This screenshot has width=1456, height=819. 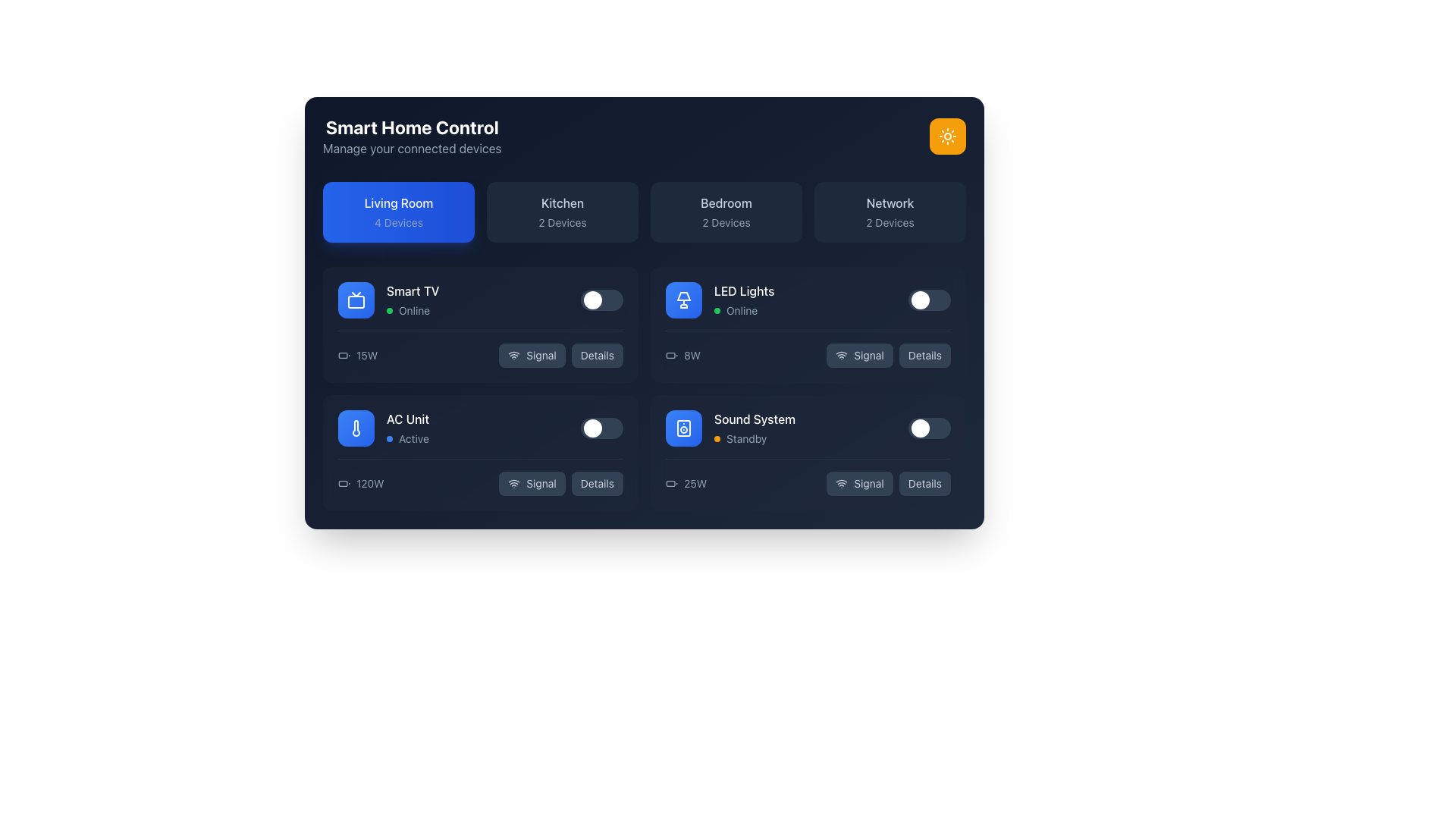 I want to click on the toggle switch controlling the power state of the 'LED Lights' in the 'Living Room' card, so click(x=928, y=300).